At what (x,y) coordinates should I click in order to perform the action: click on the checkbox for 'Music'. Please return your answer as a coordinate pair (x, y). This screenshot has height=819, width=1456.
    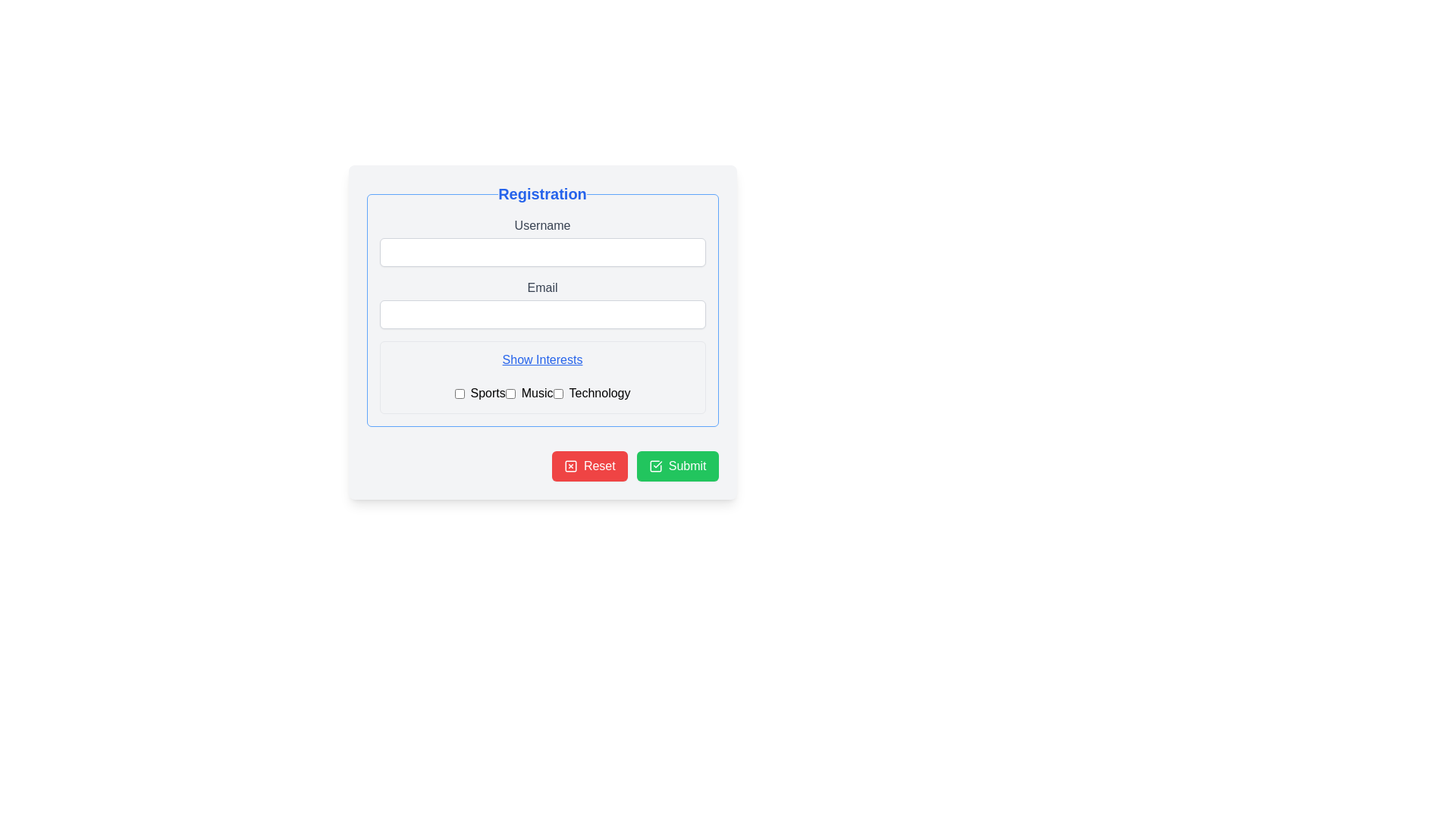
    Looking at the image, I should click on (510, 393).